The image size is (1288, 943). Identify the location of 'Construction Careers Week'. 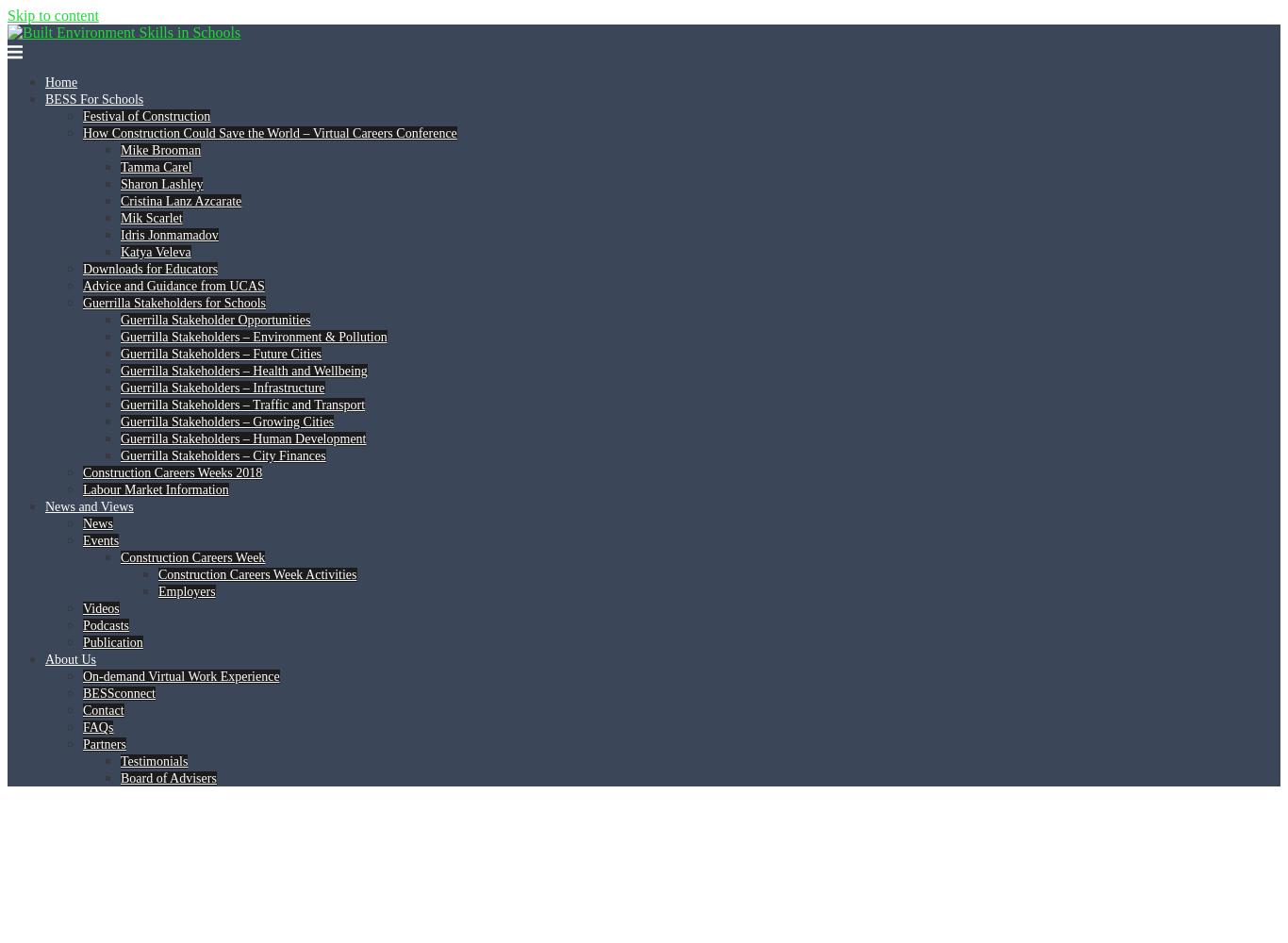
(191, 556).